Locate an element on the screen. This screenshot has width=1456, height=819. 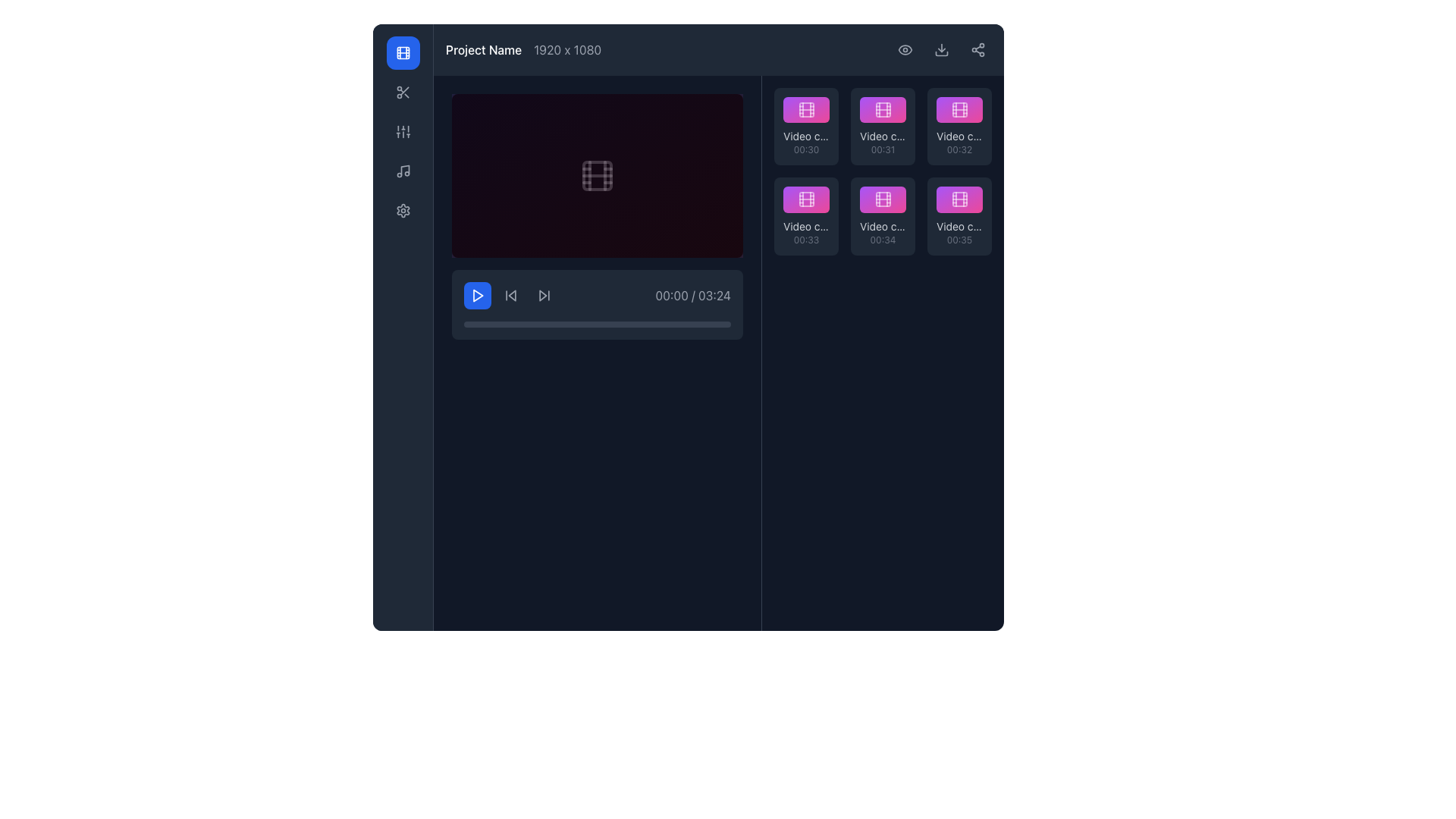
the vertical sidebar section with a dark-blue background that contains vertically aligned icons, located on the extreme left side of the interface is located at coordinates (403, 327).